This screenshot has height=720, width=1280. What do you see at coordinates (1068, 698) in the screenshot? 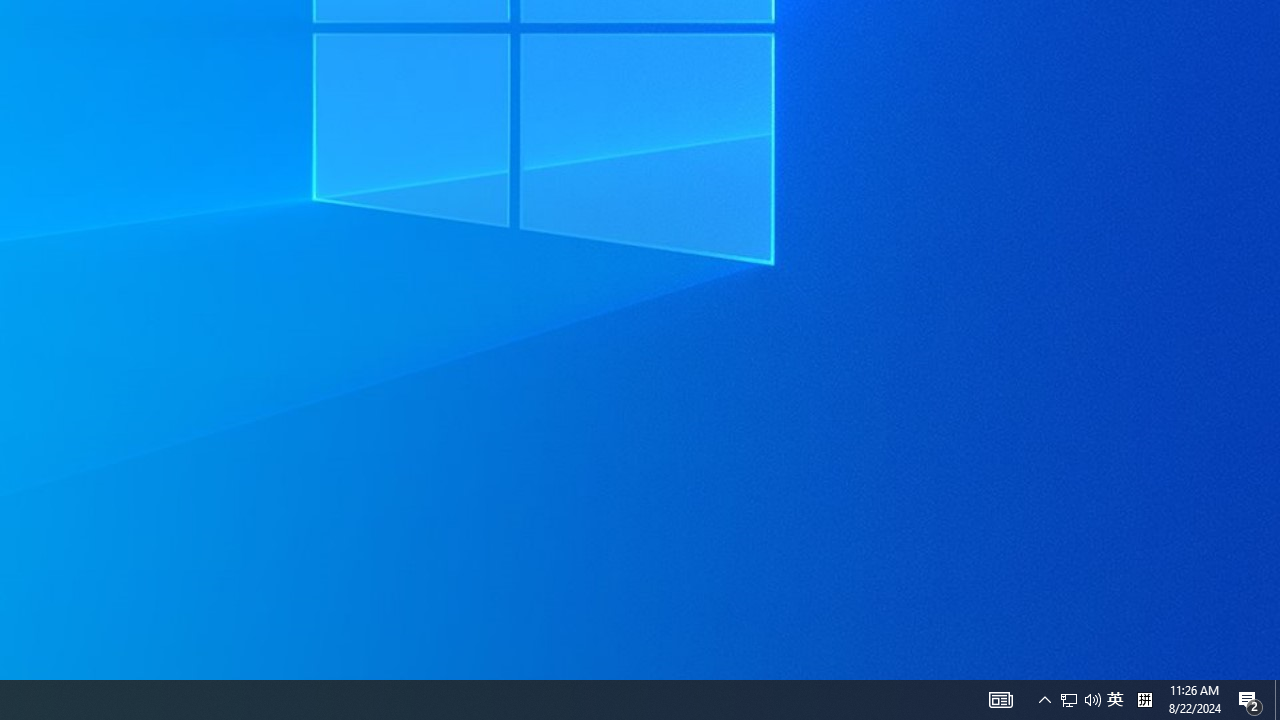
I see `'Q2790: 100%'` at bounding box center [1068, 698].